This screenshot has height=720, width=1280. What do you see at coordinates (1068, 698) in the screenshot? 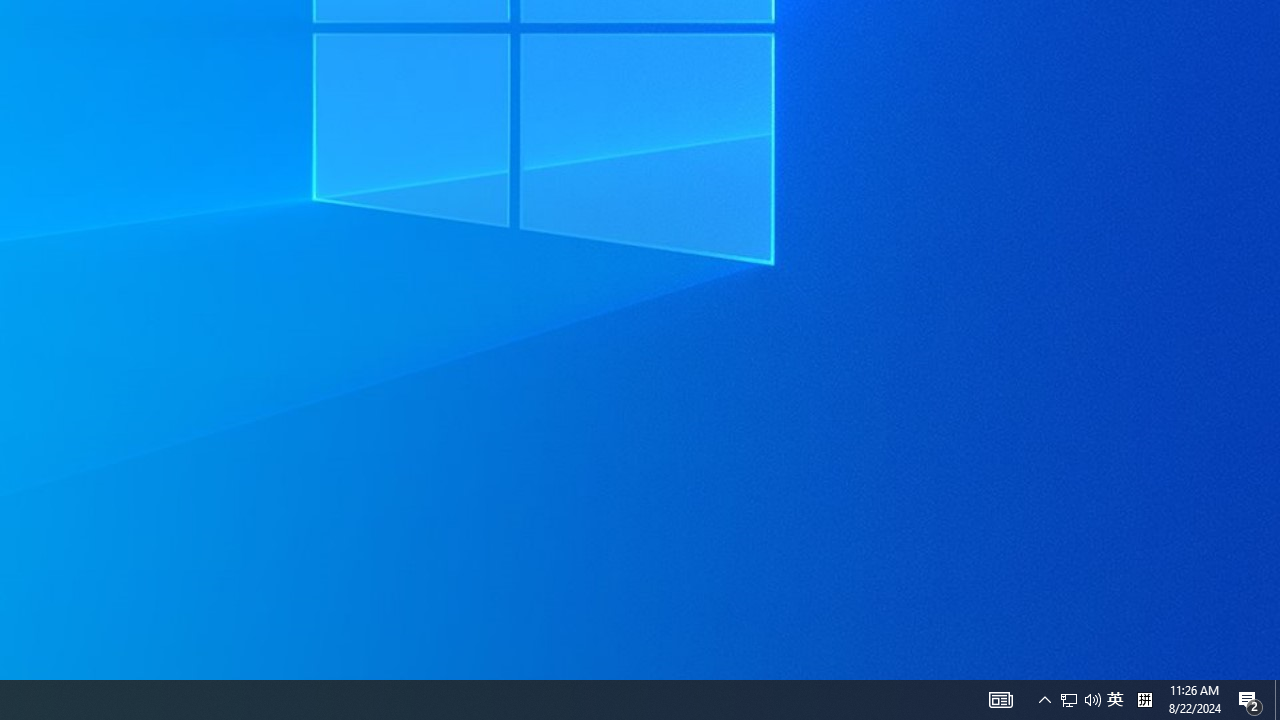
I see `'Q2790: 100%'` at bounding box center [1068, 698].